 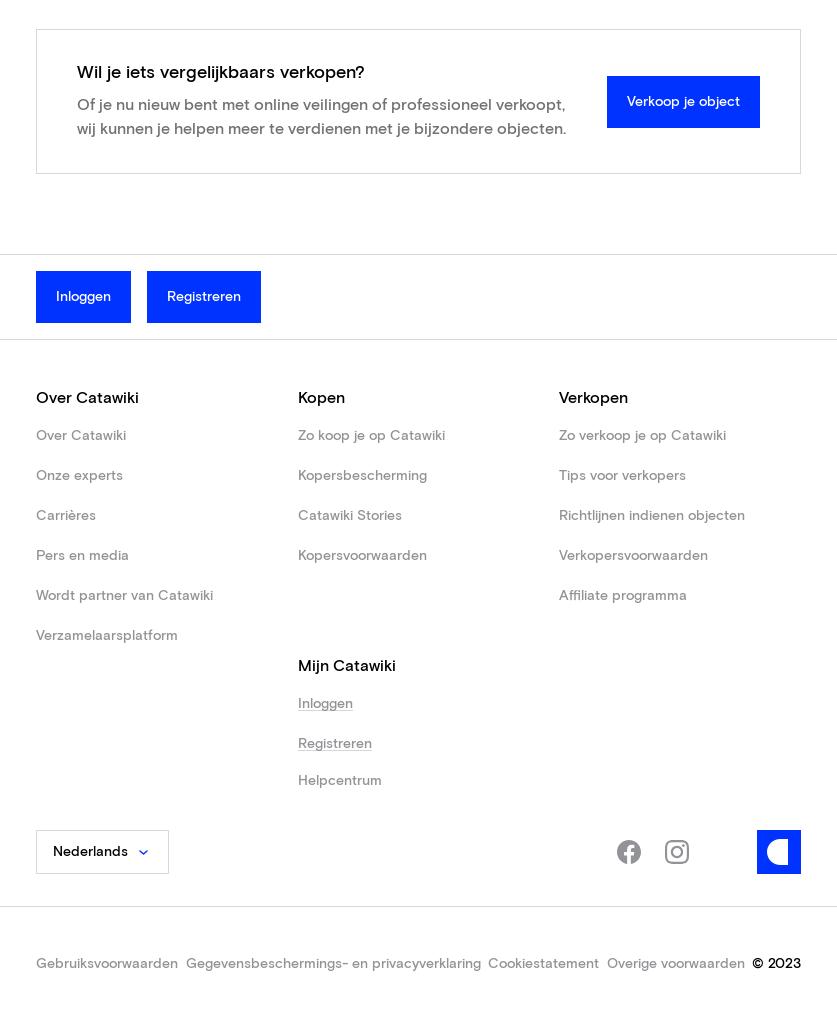 What do you see at coordinates (361, 474) in the screenshot?
I see `'Kopersbescherming'` at bounding box center [361, 474].